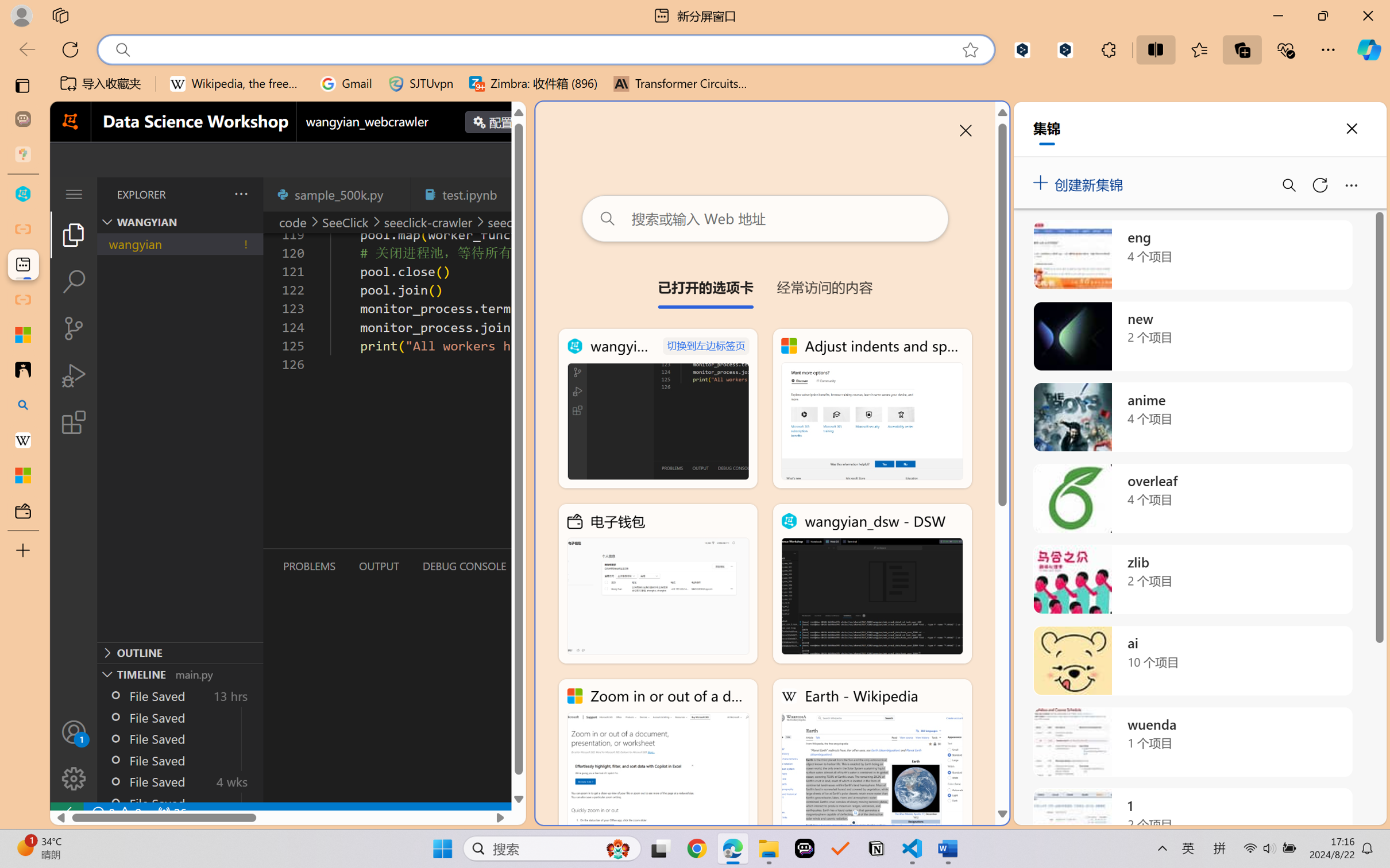 The width and height of the screenshot is (1390, 868). What do you see at coordinates (73, 375) in the screenshot?
I see `'Run and Debug (Ctrl+Shift+D)'` at bounding box center [73, 375].